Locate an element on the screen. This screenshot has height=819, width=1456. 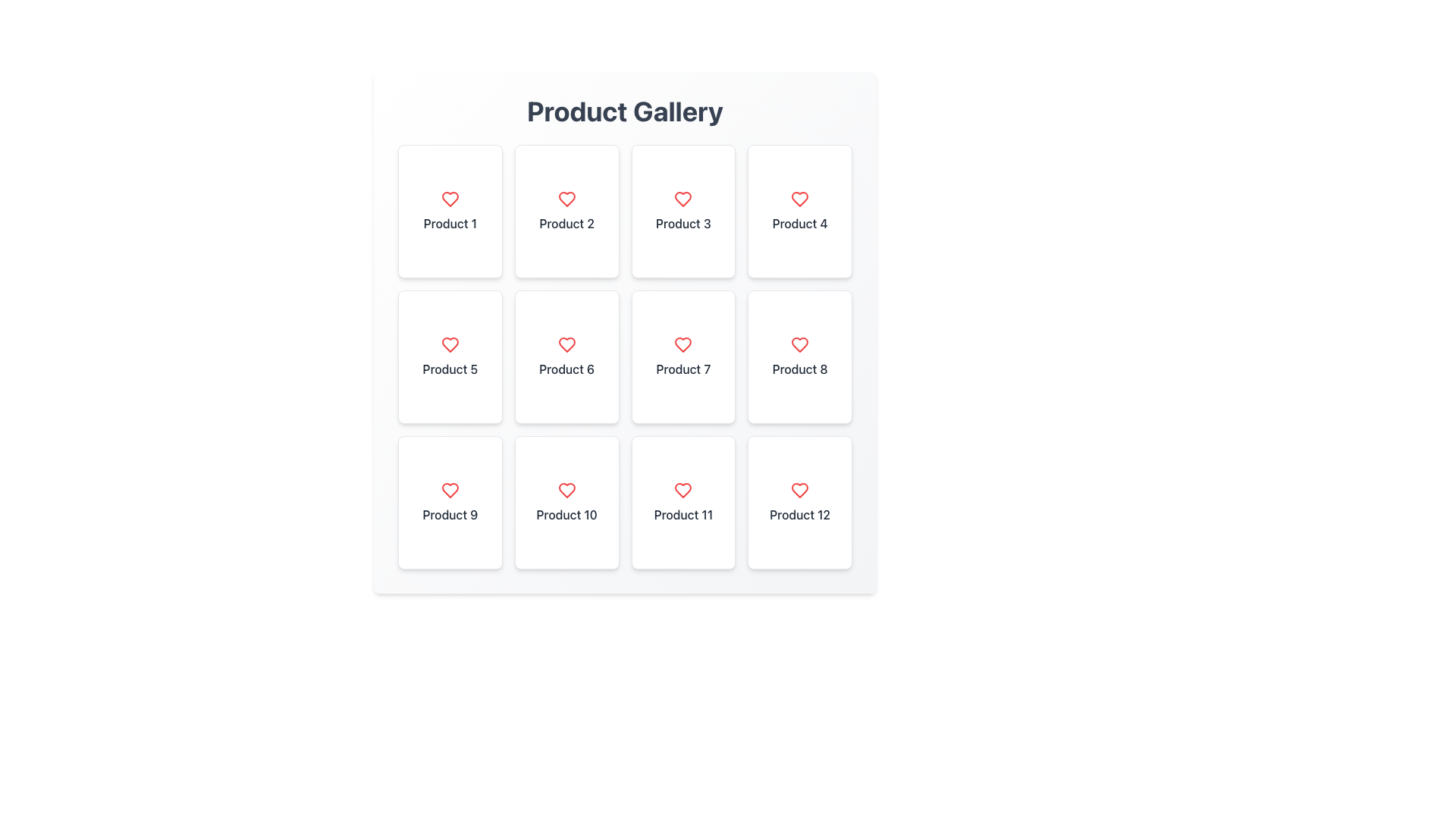
the heart icon within the 'Product 9' card located in the third row and first column of the product grid is located at coordinates (449, 503).